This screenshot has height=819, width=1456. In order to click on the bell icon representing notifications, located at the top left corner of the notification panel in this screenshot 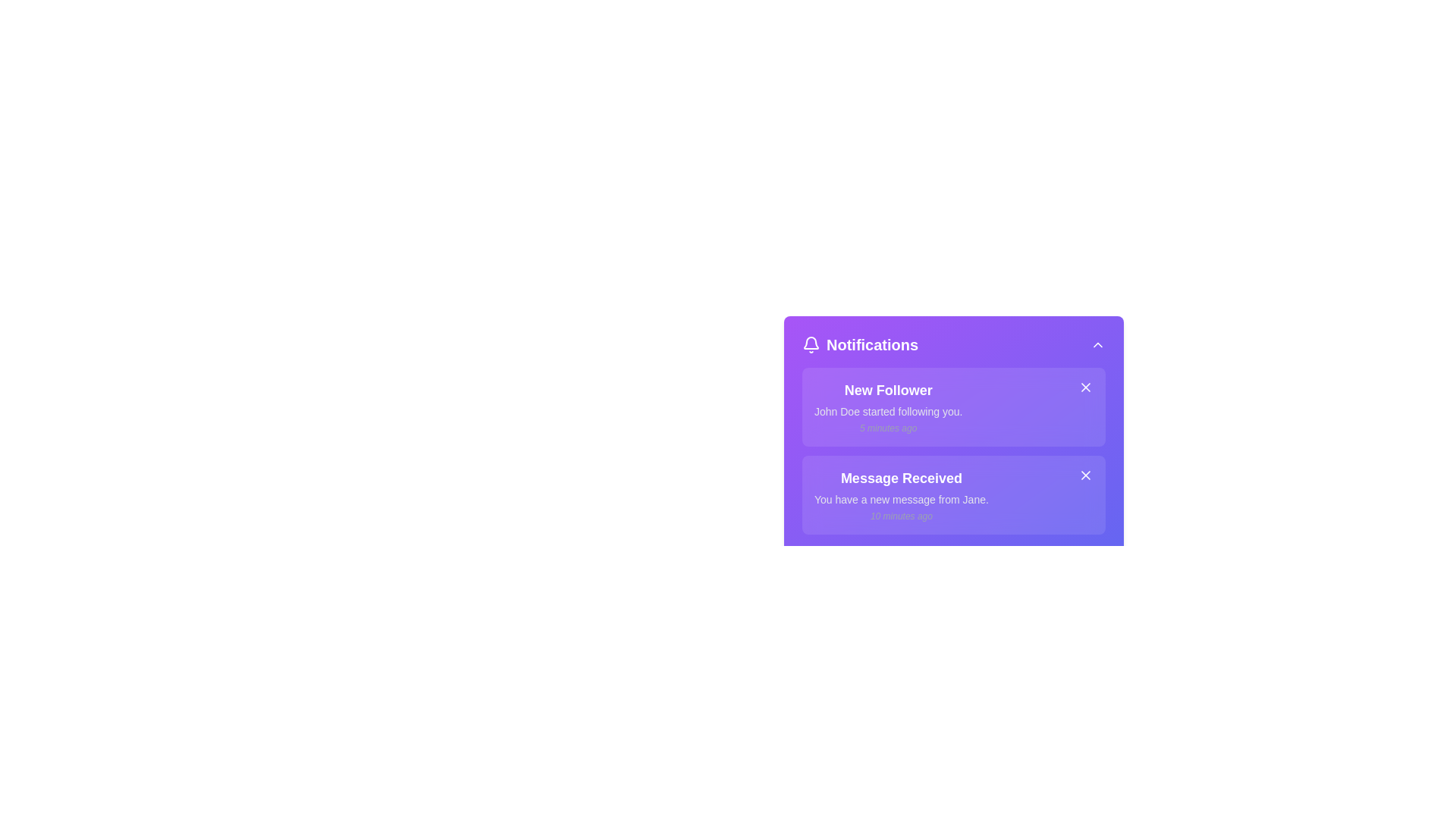, I will do `click(811, 343)`.